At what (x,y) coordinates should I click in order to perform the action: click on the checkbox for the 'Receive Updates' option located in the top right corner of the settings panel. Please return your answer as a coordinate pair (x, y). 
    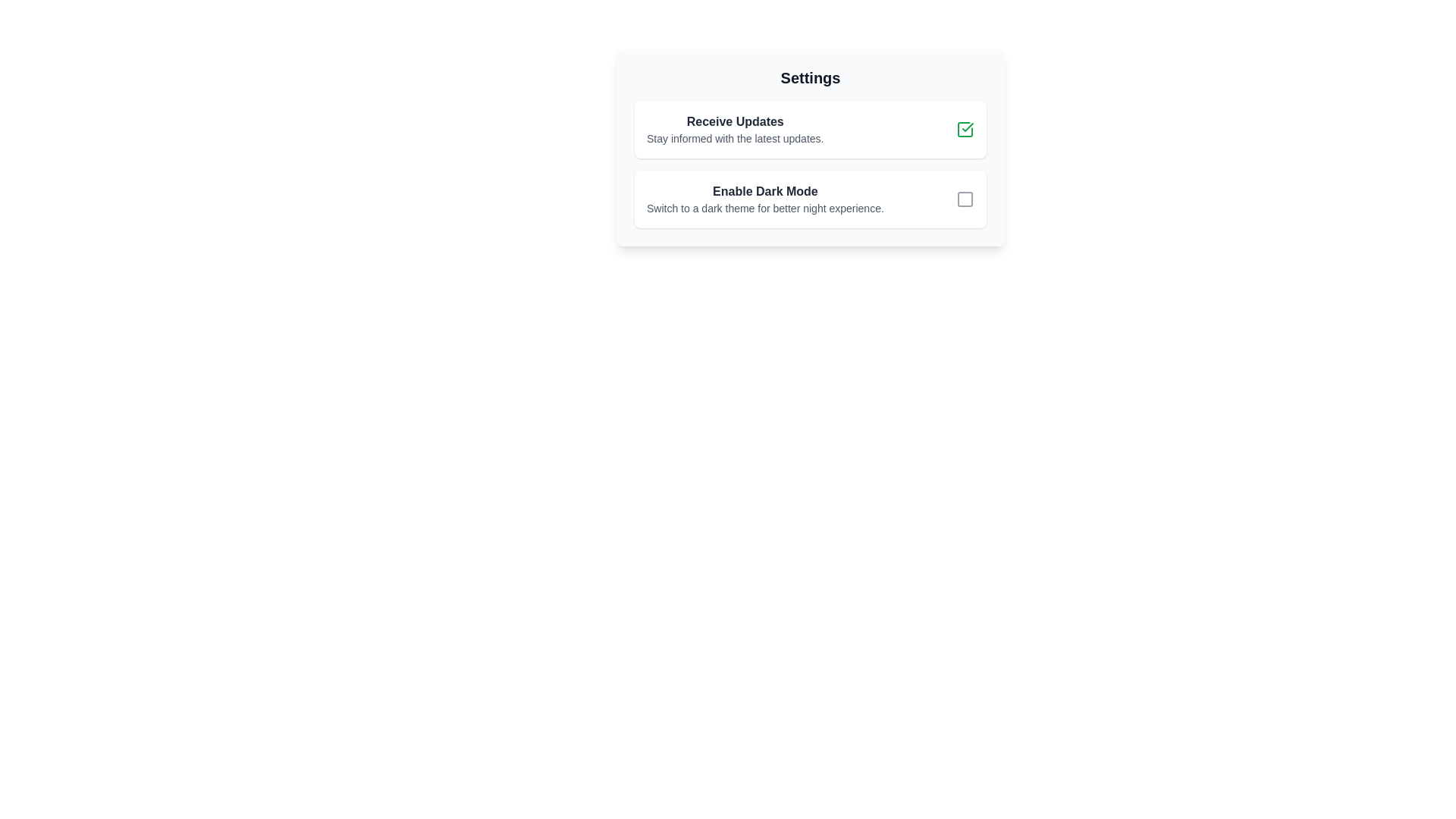
    Looking at the image, I should click on (964, 128).